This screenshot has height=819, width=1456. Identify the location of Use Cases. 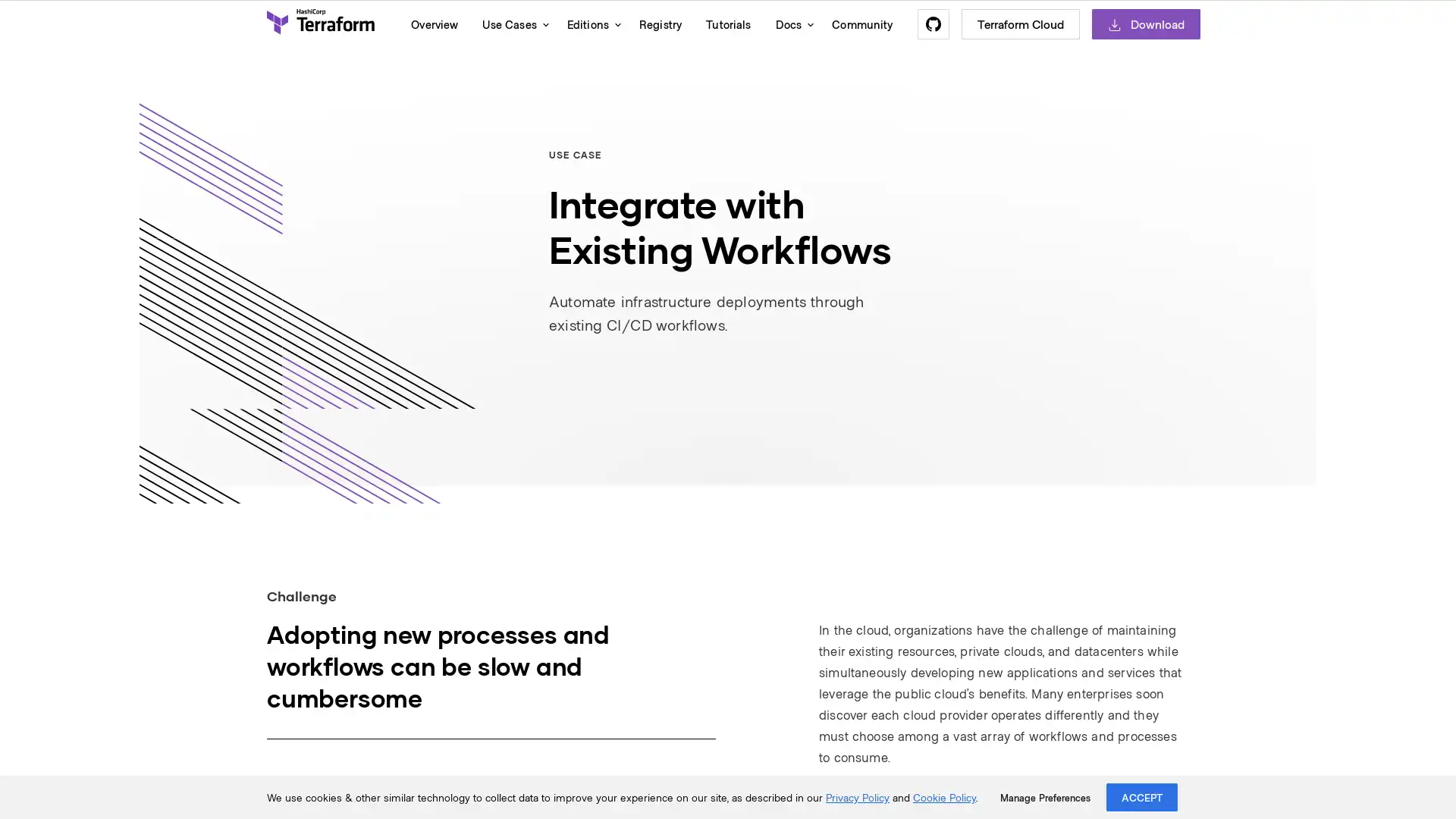
(512, 24).